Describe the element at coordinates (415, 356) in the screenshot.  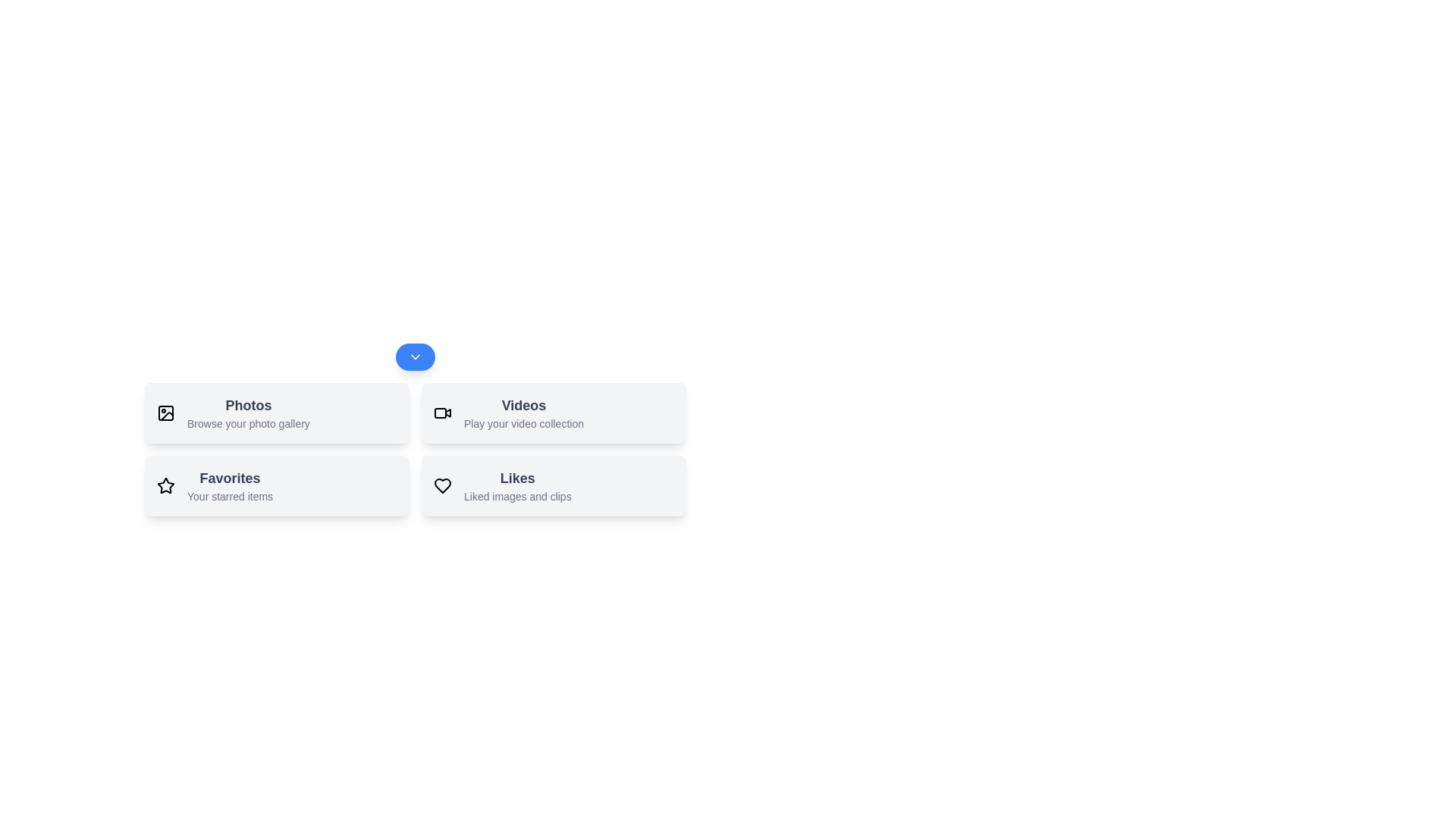
I see `the main button to toggle the visibility of the action buttons` at that location.